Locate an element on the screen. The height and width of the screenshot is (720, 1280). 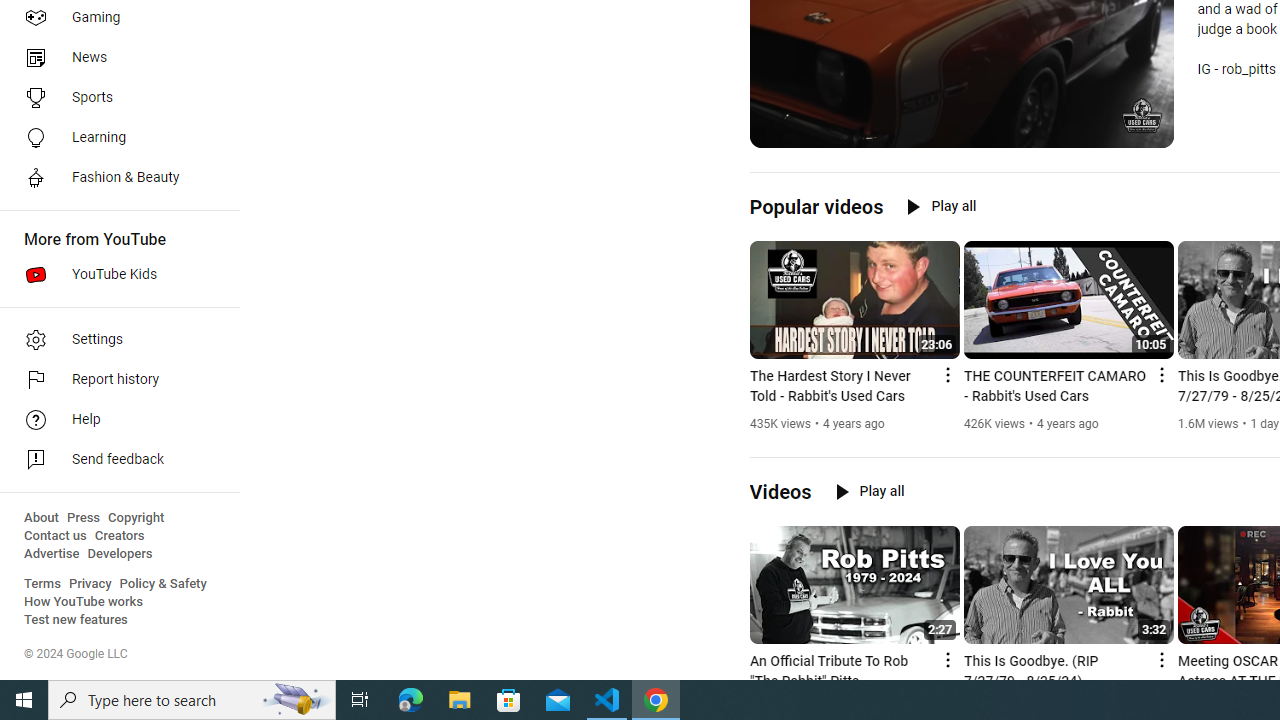
'Help' is located at coordinates (112, 419).